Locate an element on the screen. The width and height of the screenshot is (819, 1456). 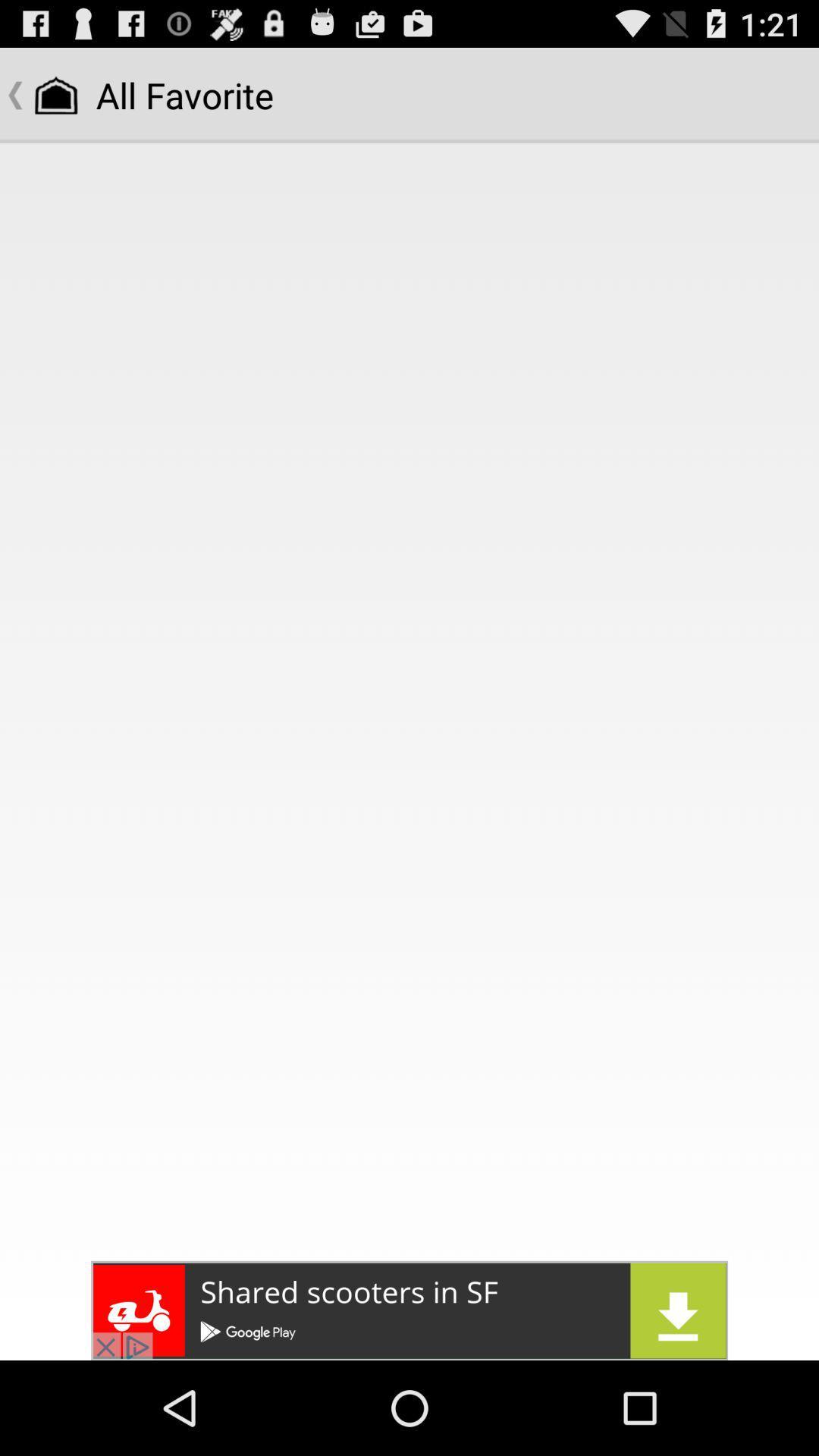
shared scooters in sf is located at coordinates (409, 1310).